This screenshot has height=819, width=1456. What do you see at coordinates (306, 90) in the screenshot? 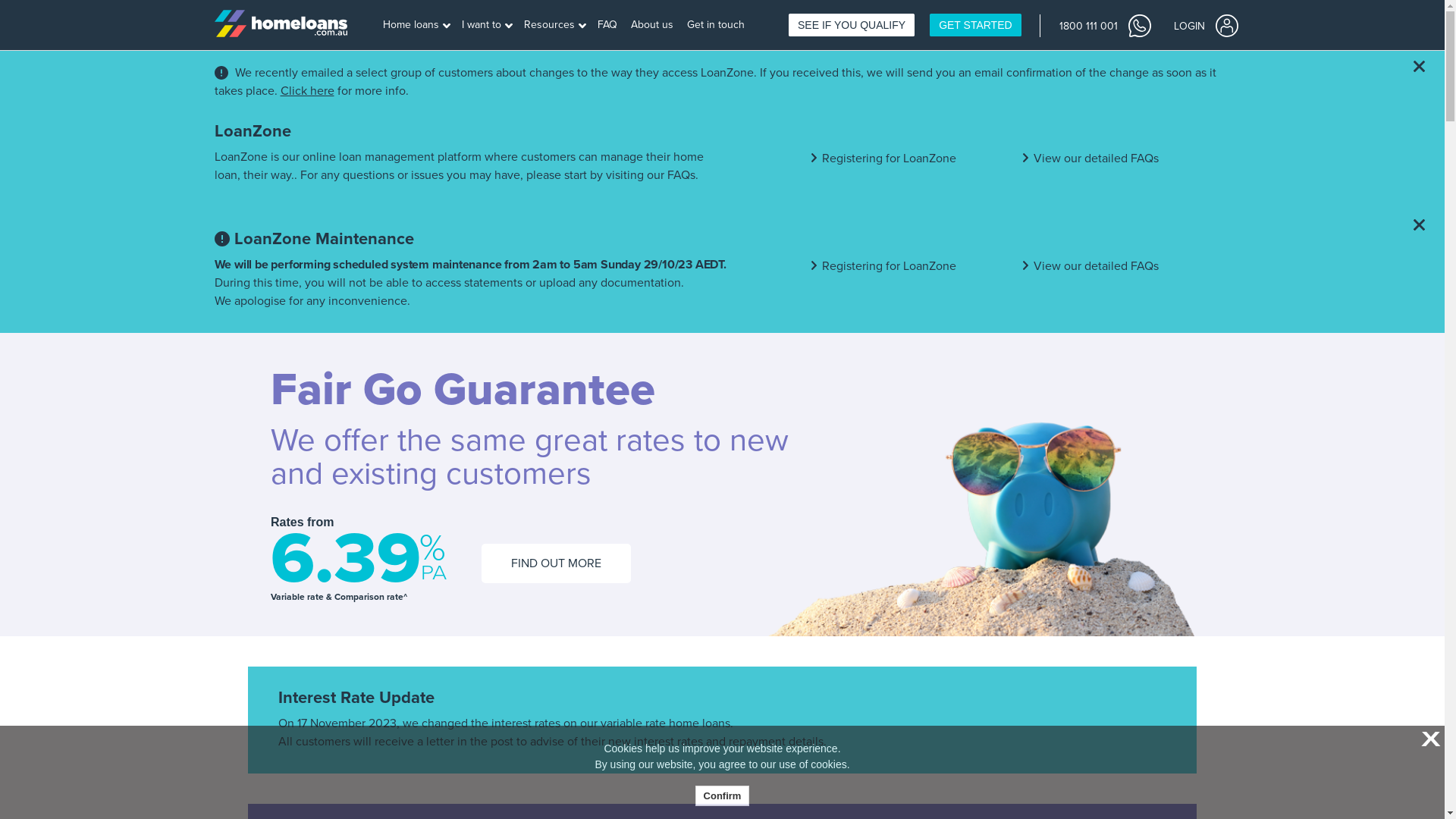
I see `'Click here'` at bounding box center [306, 90].